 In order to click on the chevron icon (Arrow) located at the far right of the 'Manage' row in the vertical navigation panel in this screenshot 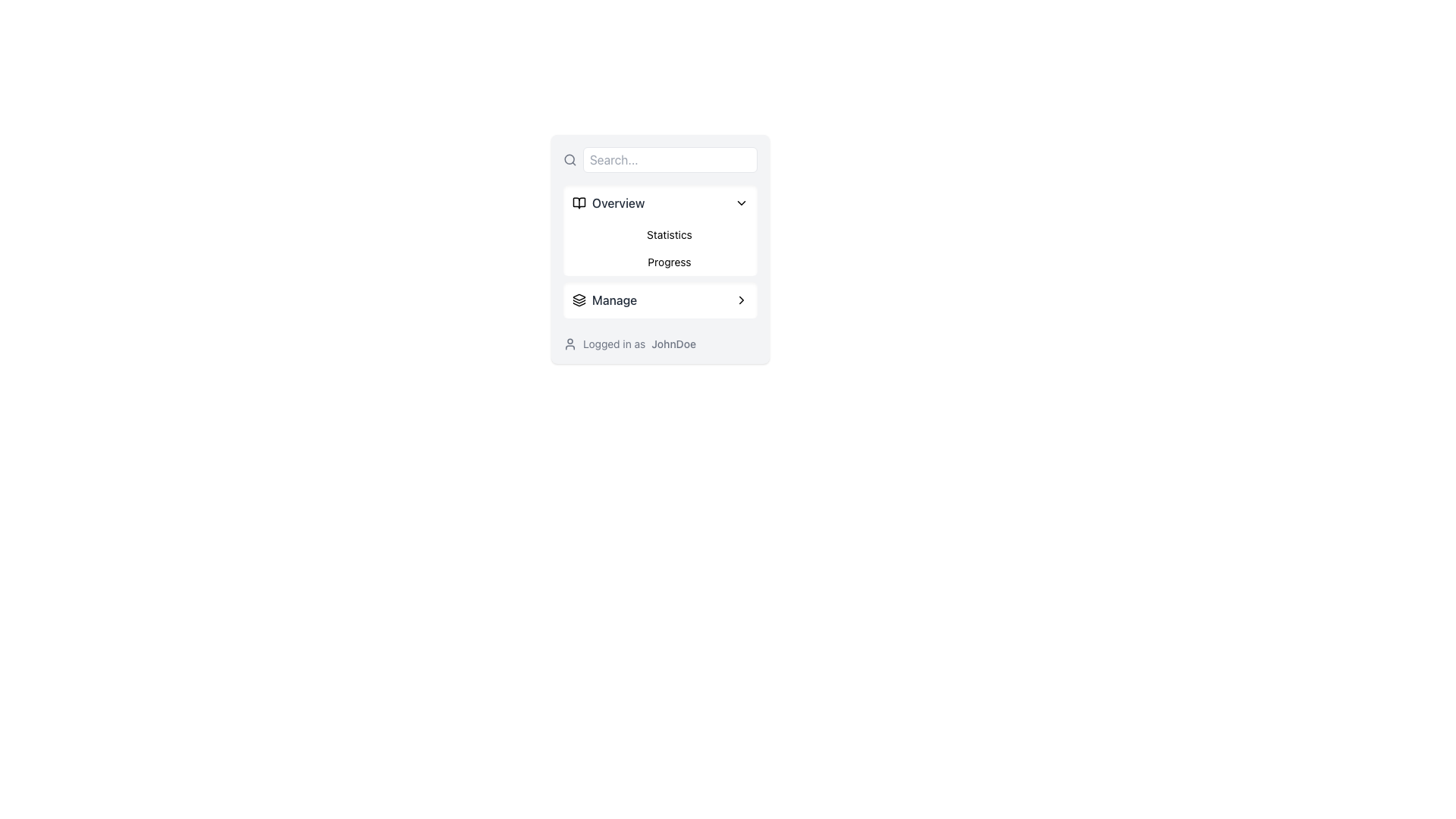, I will do `click(742, 300)`.